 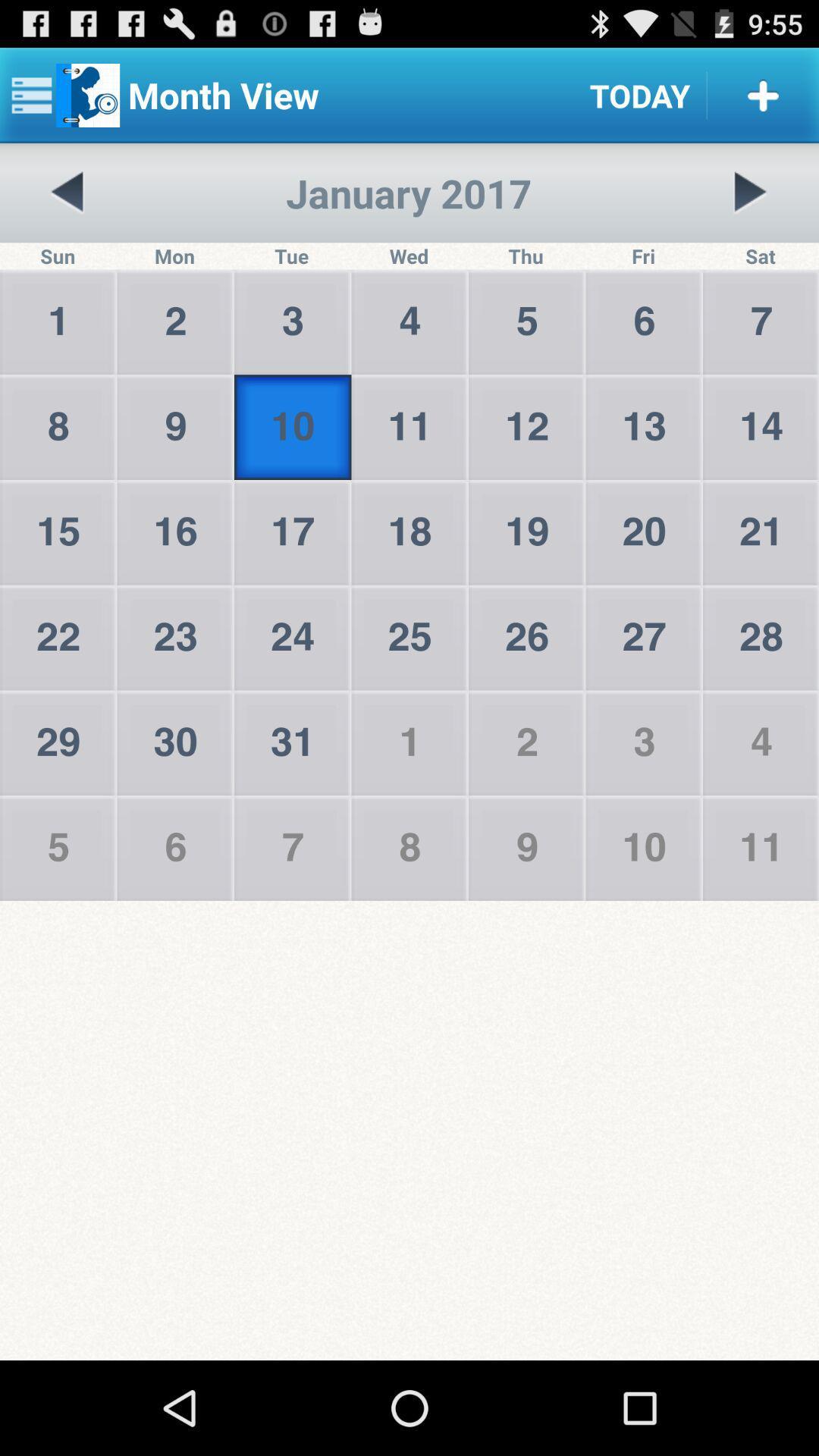 I want to click on the icon at the bottom, so click(x=409, y=1131).